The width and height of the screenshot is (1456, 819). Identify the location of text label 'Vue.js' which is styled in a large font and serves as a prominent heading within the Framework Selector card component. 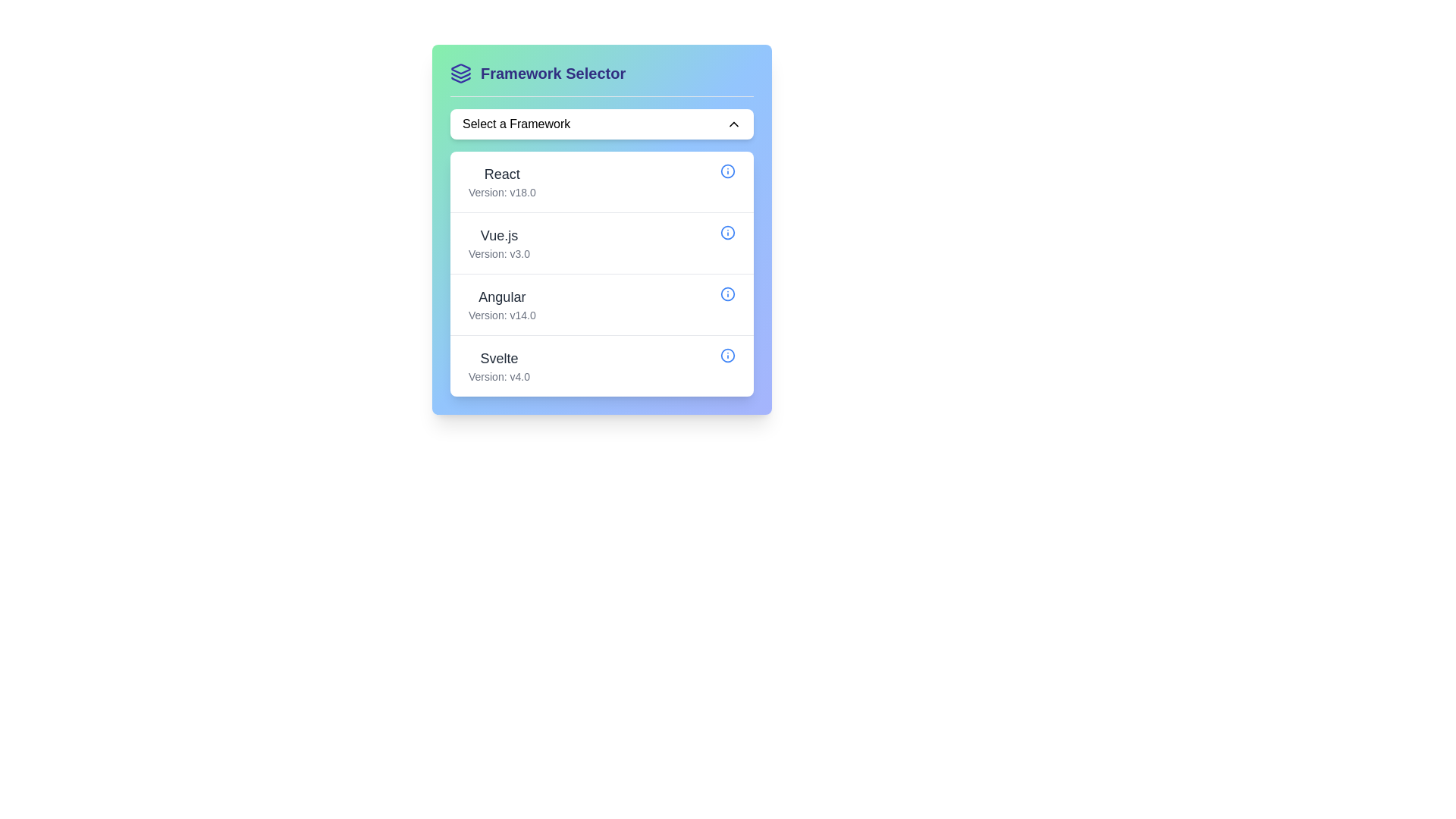
(499, 236).